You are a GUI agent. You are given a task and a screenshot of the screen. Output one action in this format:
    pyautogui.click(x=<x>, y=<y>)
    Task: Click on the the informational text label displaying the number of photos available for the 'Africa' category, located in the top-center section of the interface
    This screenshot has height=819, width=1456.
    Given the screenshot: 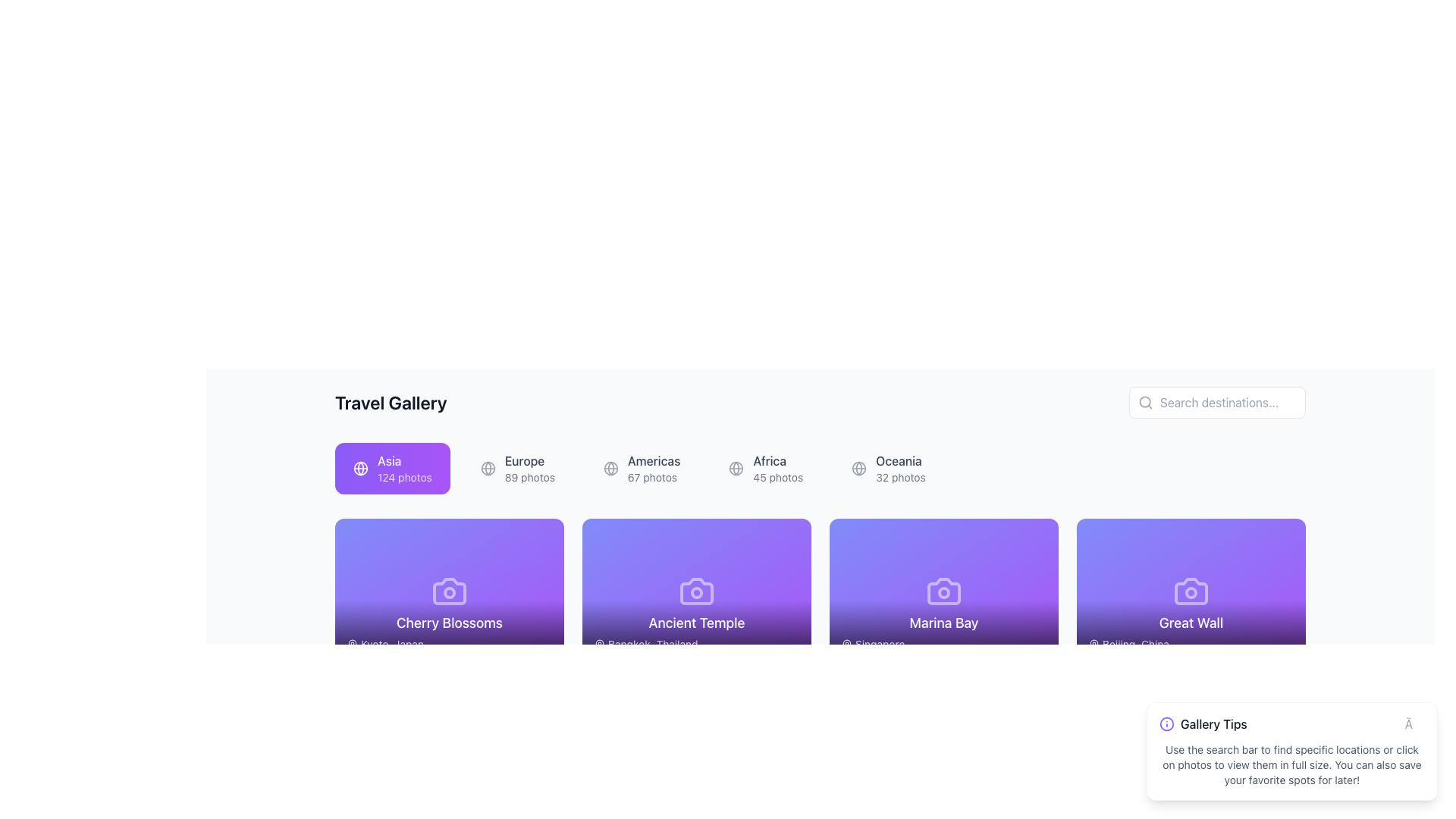 What is the action you would take?
    pyautogui.click(x=778, y=476)
    